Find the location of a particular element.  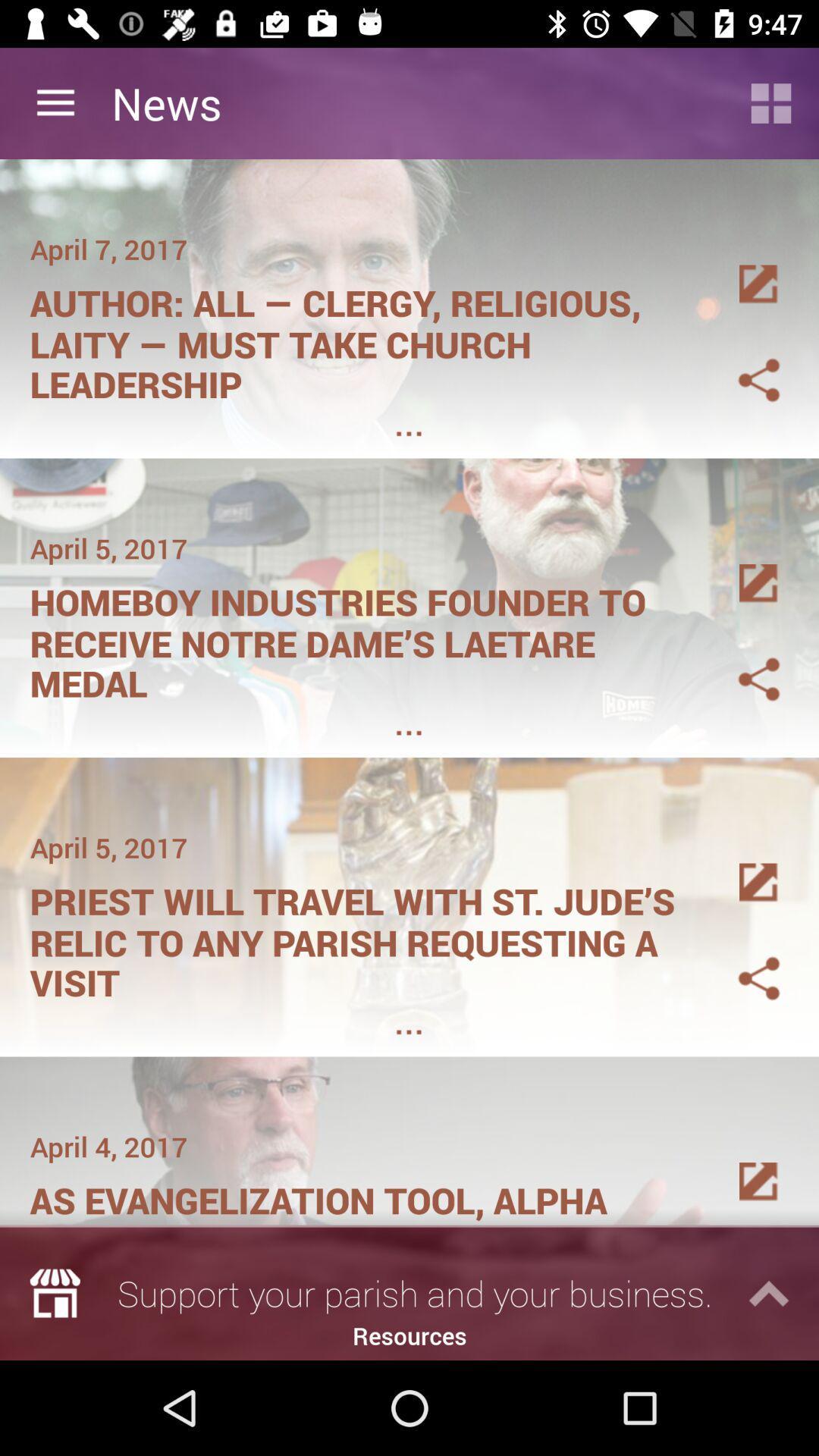

the item below april 5, 2017 item is located at coordinates (362, 937).